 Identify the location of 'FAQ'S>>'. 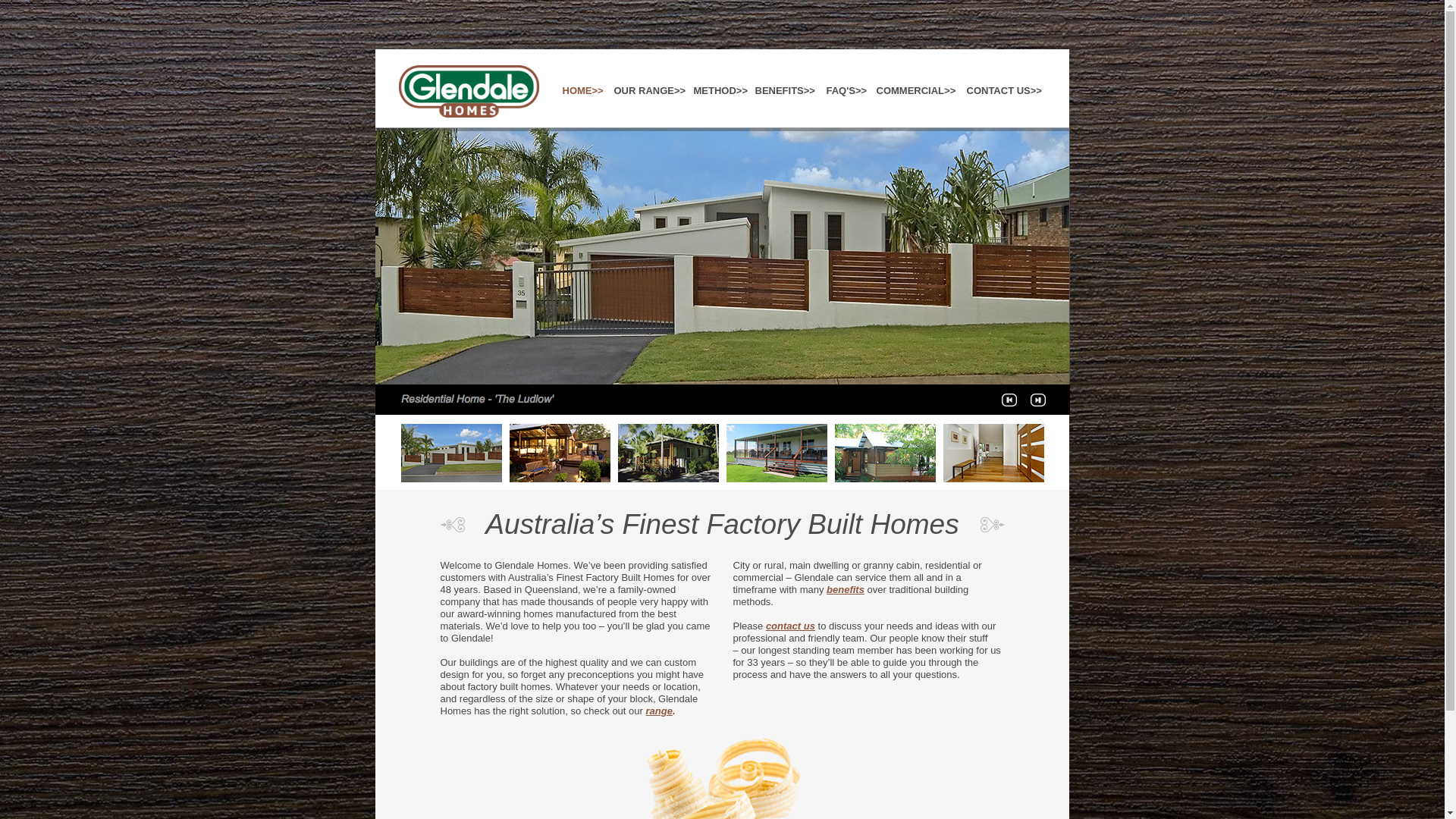
(846, 90).